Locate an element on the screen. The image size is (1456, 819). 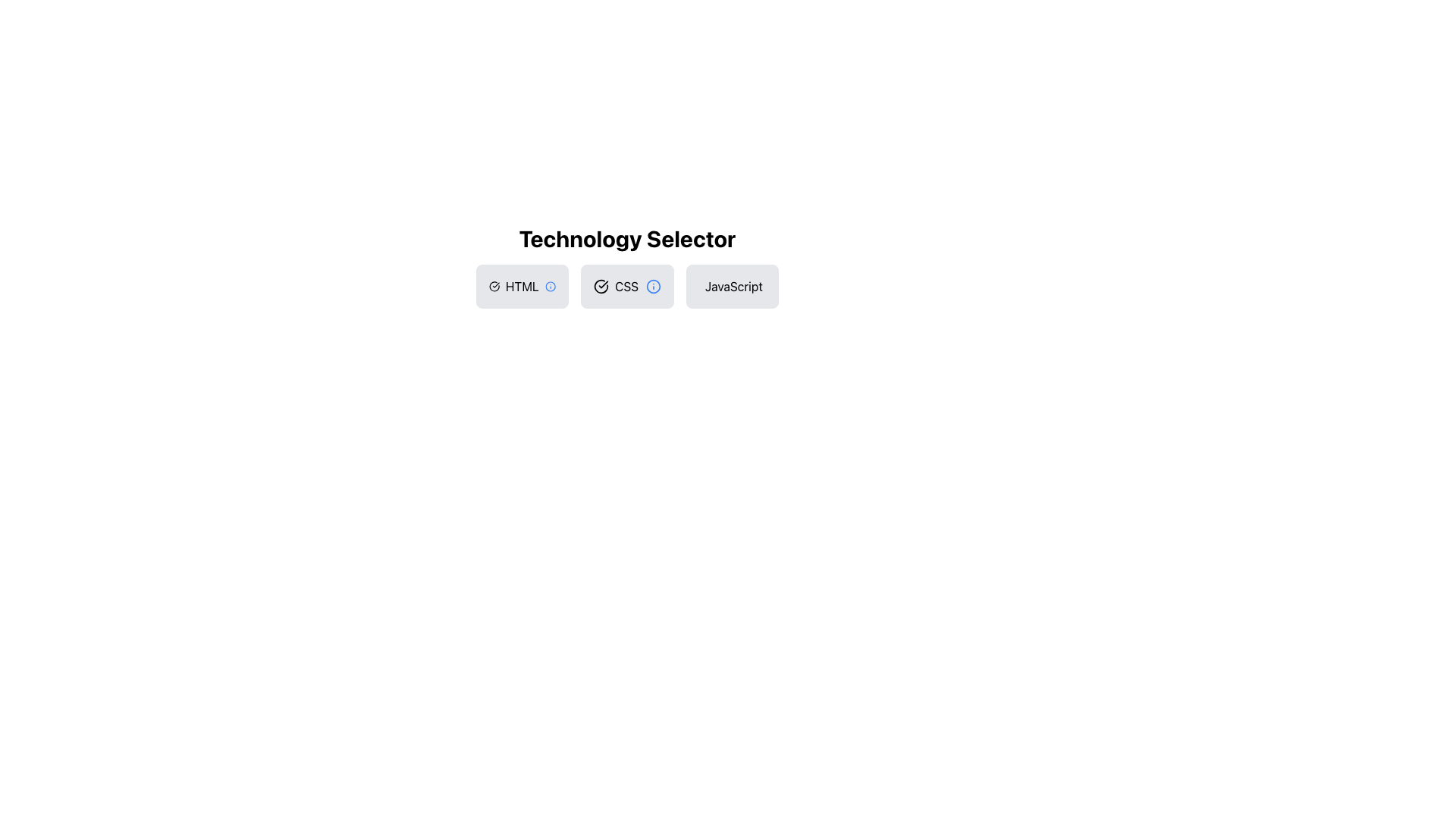
the circular decorative element located at the far right of the 'JavaScript' button, which enhances the visual appeal of the button is located at coordinates (777, 288).